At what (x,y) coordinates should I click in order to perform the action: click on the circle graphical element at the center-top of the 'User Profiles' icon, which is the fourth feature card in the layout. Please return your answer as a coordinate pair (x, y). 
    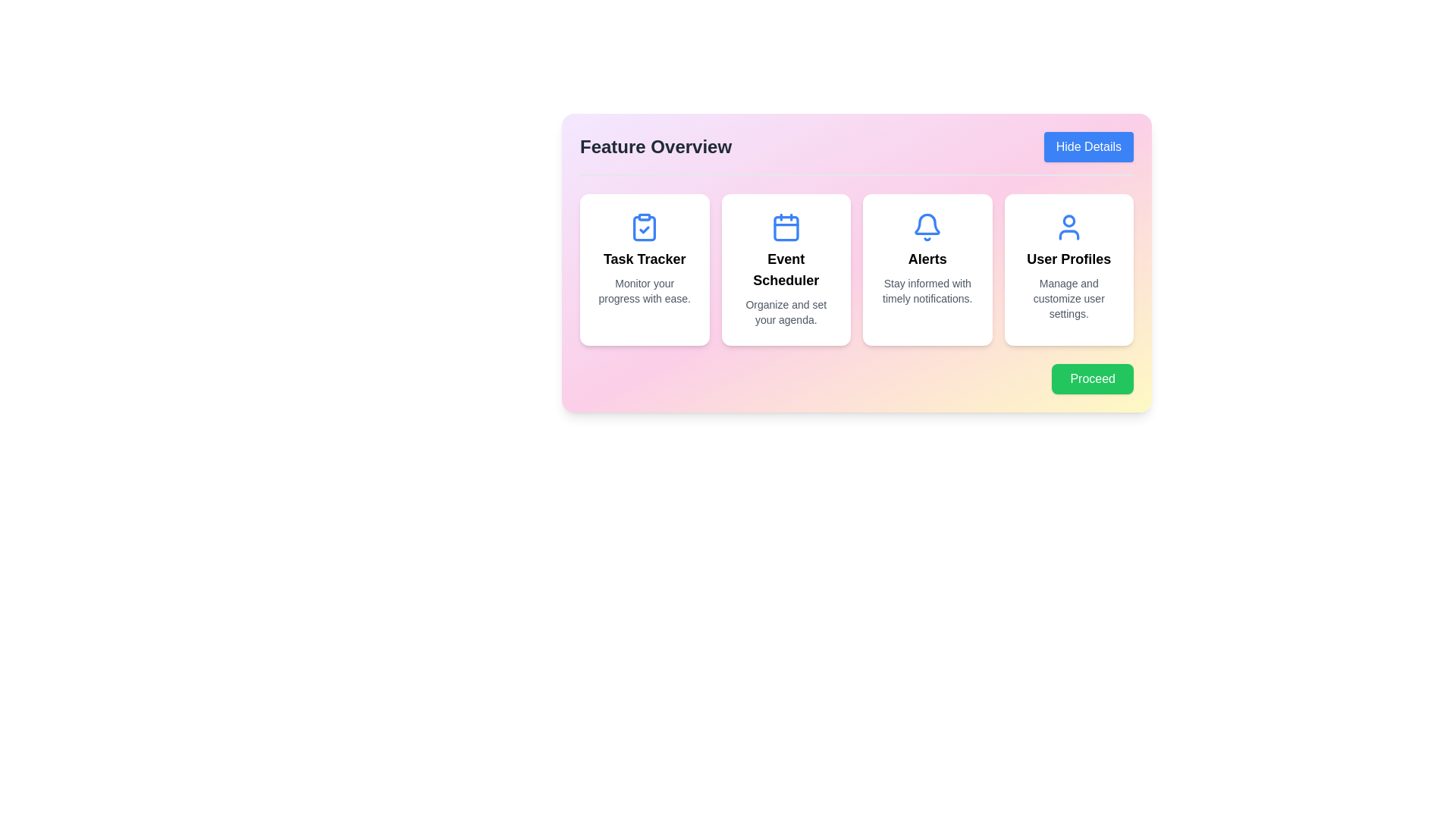
    Looking at the image, I should click on (1068, 221).